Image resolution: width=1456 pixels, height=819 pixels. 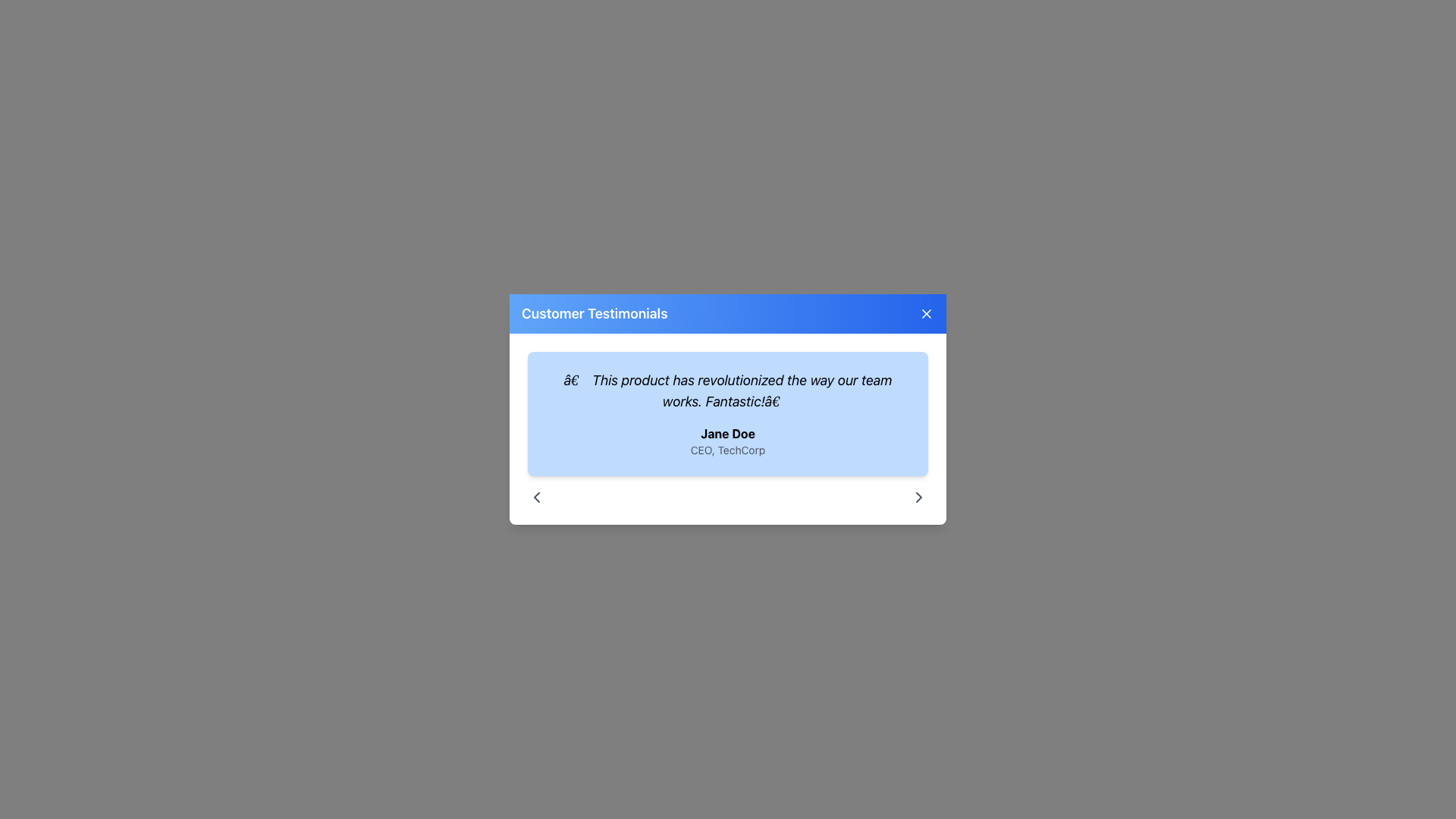 What do you see at coordinates (918, 497) in the screenshot?
I see `the right-pointing chevron icon located in the lower-right corner of the modal dialog containing customer testimonials` at bounding box center [918, 497].